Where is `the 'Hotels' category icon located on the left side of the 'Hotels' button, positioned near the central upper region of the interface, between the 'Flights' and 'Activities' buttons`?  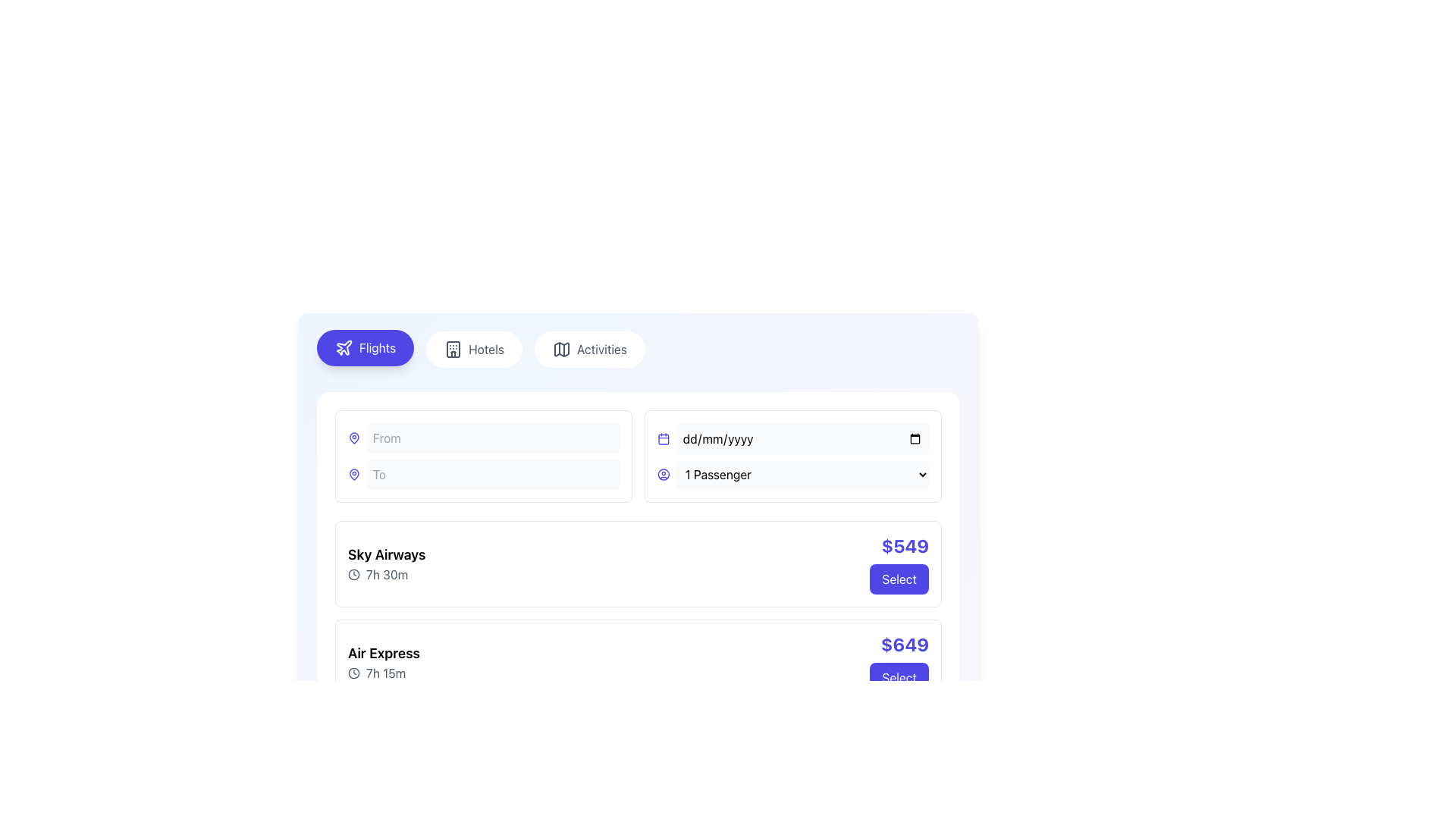 the 'Hotels' category icon located on the left side of the 'Hotels' button, positioned near the central upper region of the interface, between the 'Flights' and 'Activities' buttons is located at coordinates (453, 350).